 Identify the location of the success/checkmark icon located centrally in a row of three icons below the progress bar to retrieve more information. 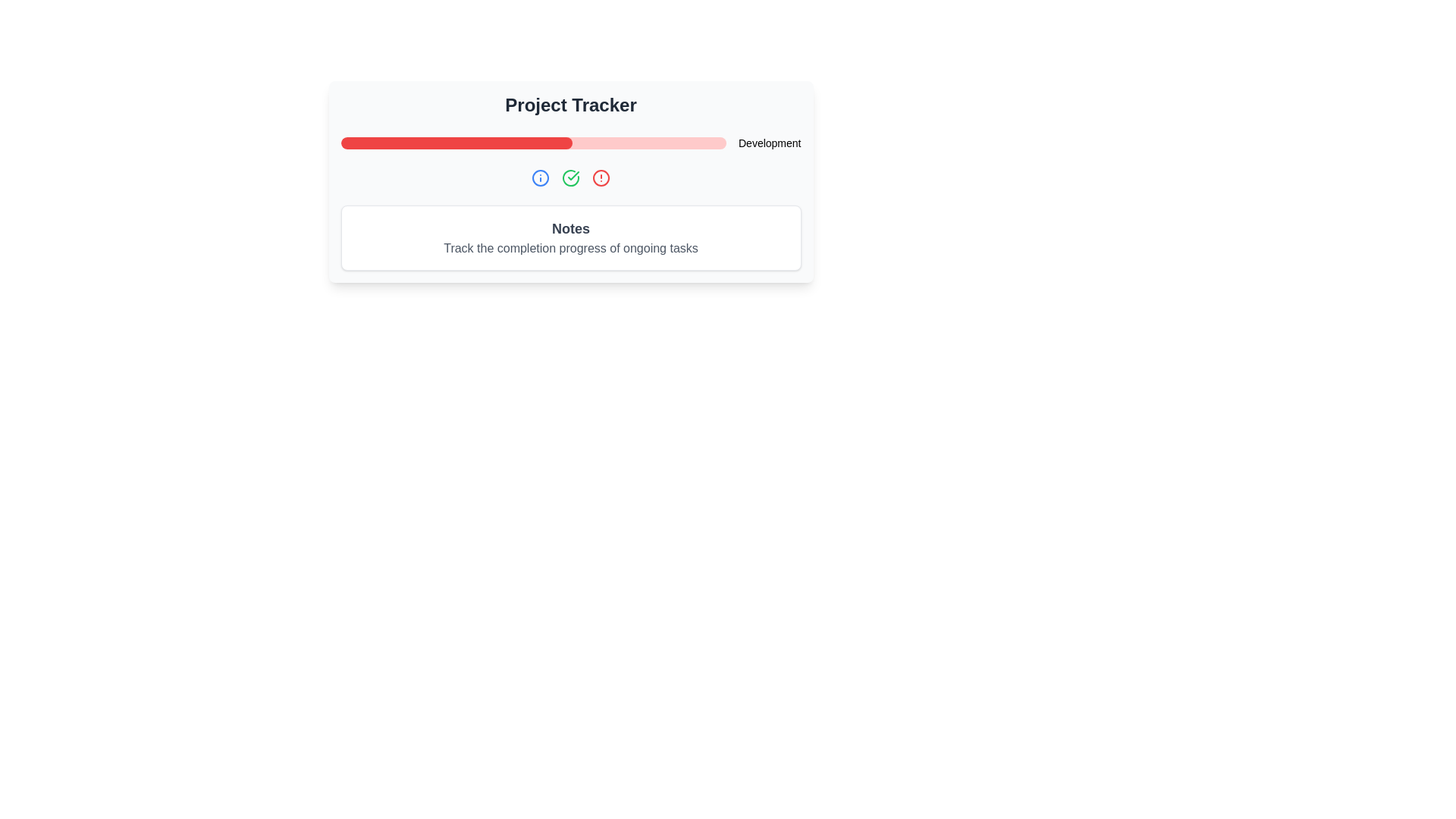
(570, 177).